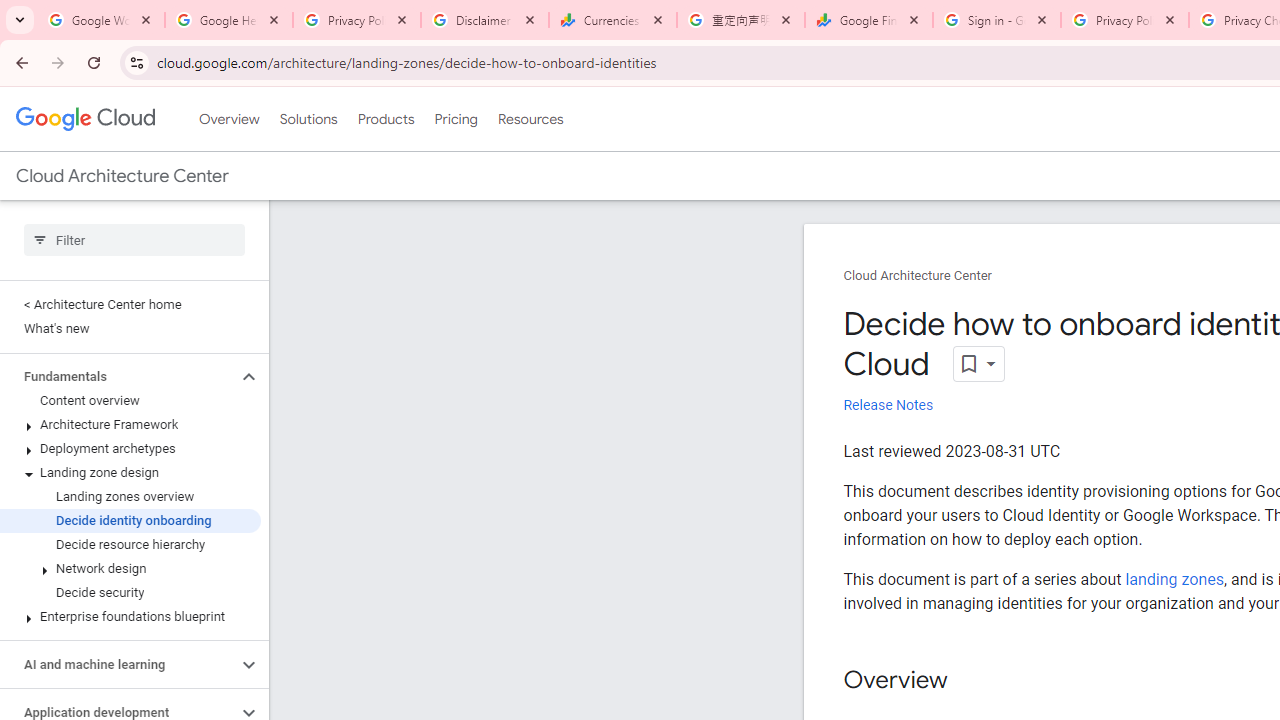 The height and width of the screenshot is (720, 1280). What do you see at coordinates (129, 569) in the screenshot?
I see `'Network design'` at bounding box center [129, 569].